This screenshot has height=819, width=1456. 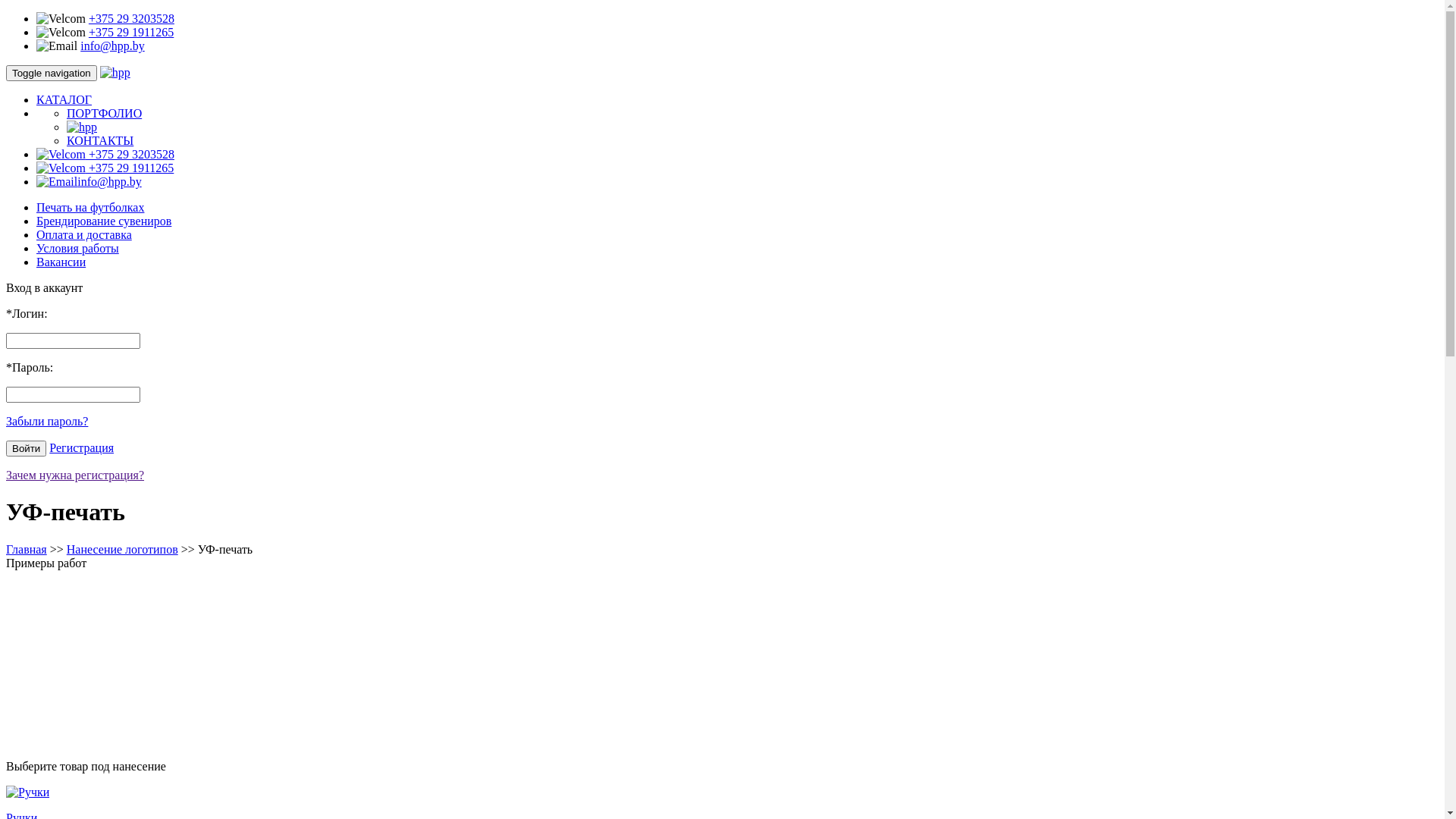 What do you see at coordinates (104, 168) in the screenshot?
I see `'+375 29 1911265'` at bounding box center [104, 168].